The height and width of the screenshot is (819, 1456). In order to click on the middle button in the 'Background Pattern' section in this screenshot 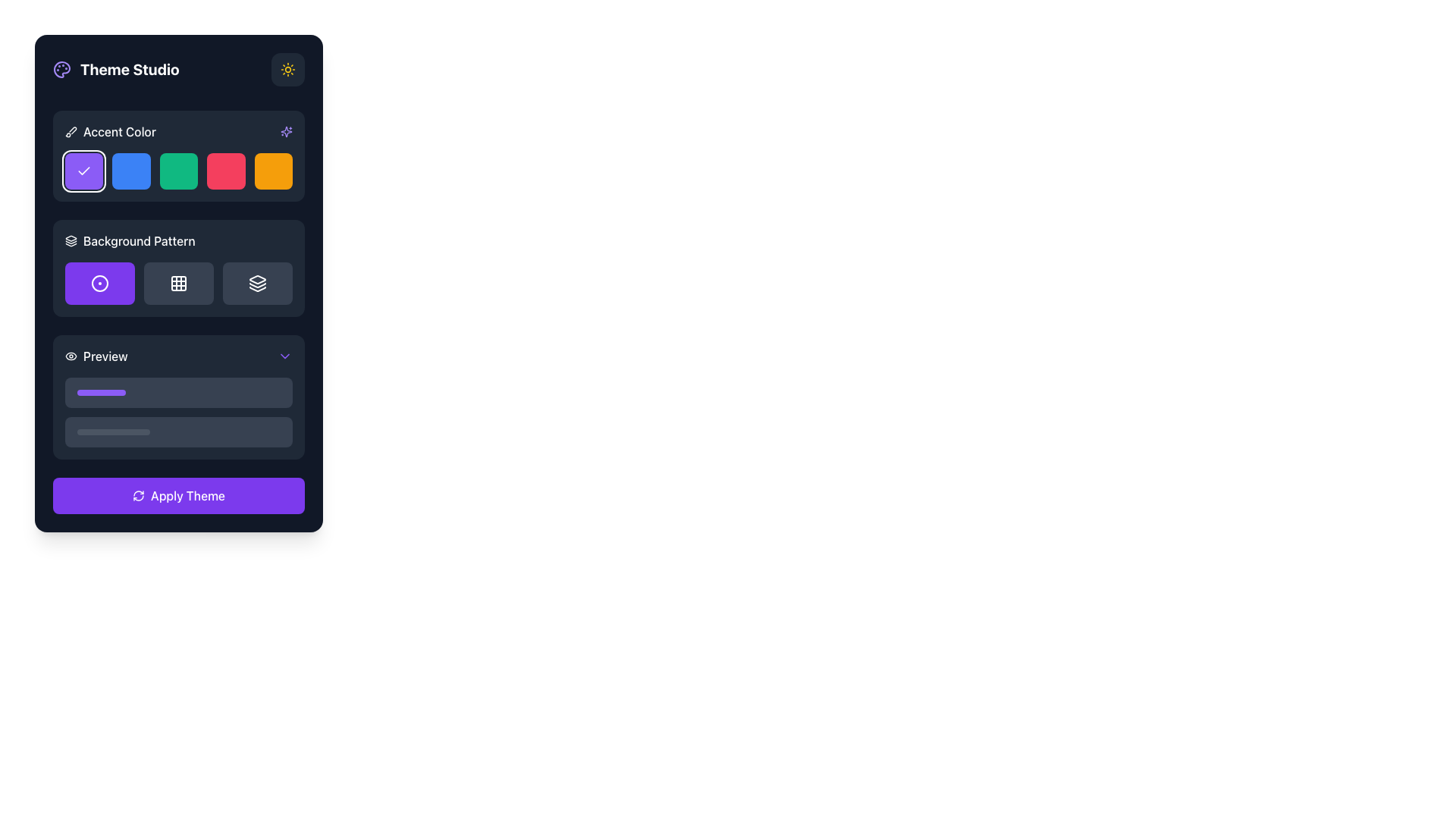, I will do `click(178, 284)`.